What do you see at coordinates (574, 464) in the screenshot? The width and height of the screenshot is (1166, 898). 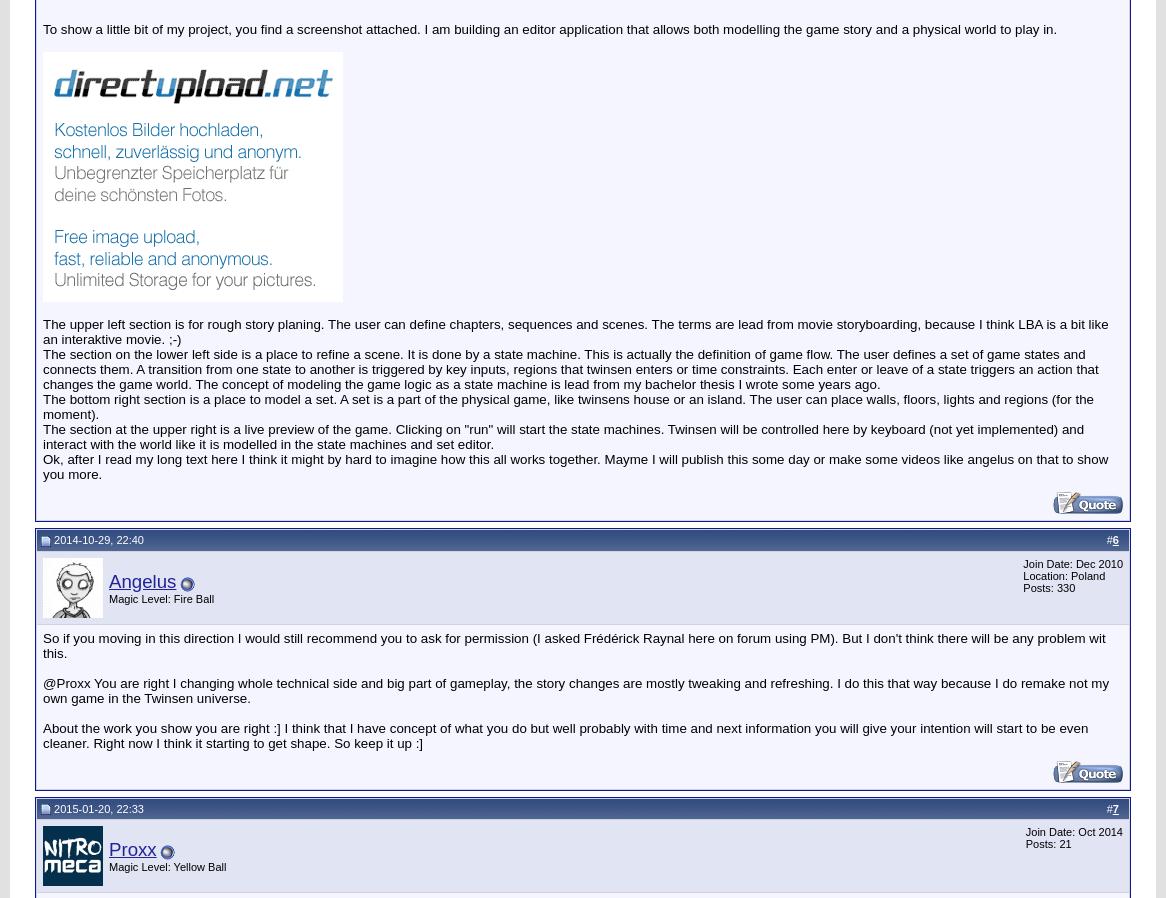 I see `'Ok, after I read my long text here I think it might by hard to imagine how this all works together. Mayme I will publish this some day or make some videos like angelus on that to show you more.'` at bounding box center [574, 464].